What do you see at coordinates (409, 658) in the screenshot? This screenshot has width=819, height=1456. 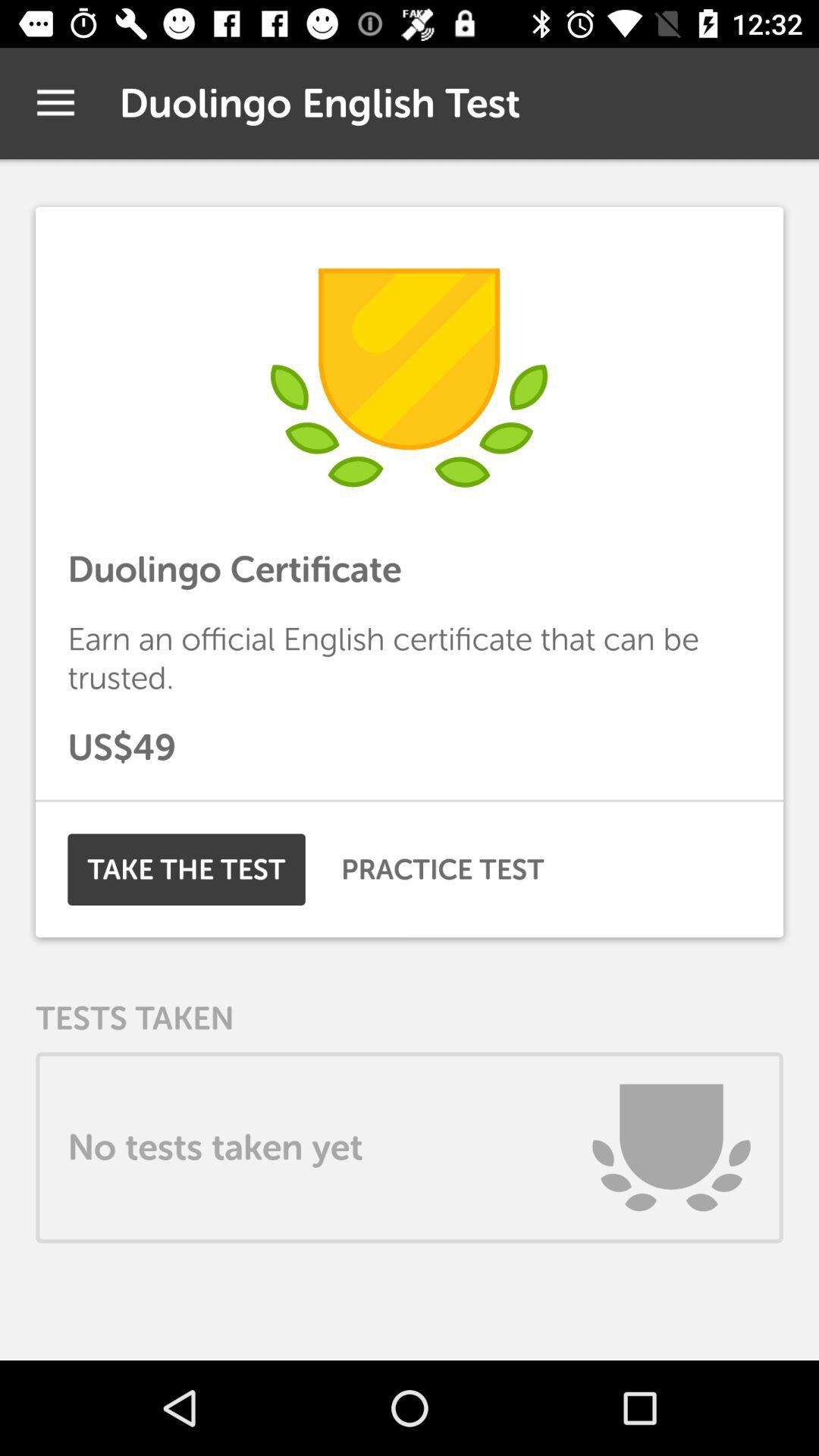 I see `the icon above us$49 item` at bounding box center [409, 658].